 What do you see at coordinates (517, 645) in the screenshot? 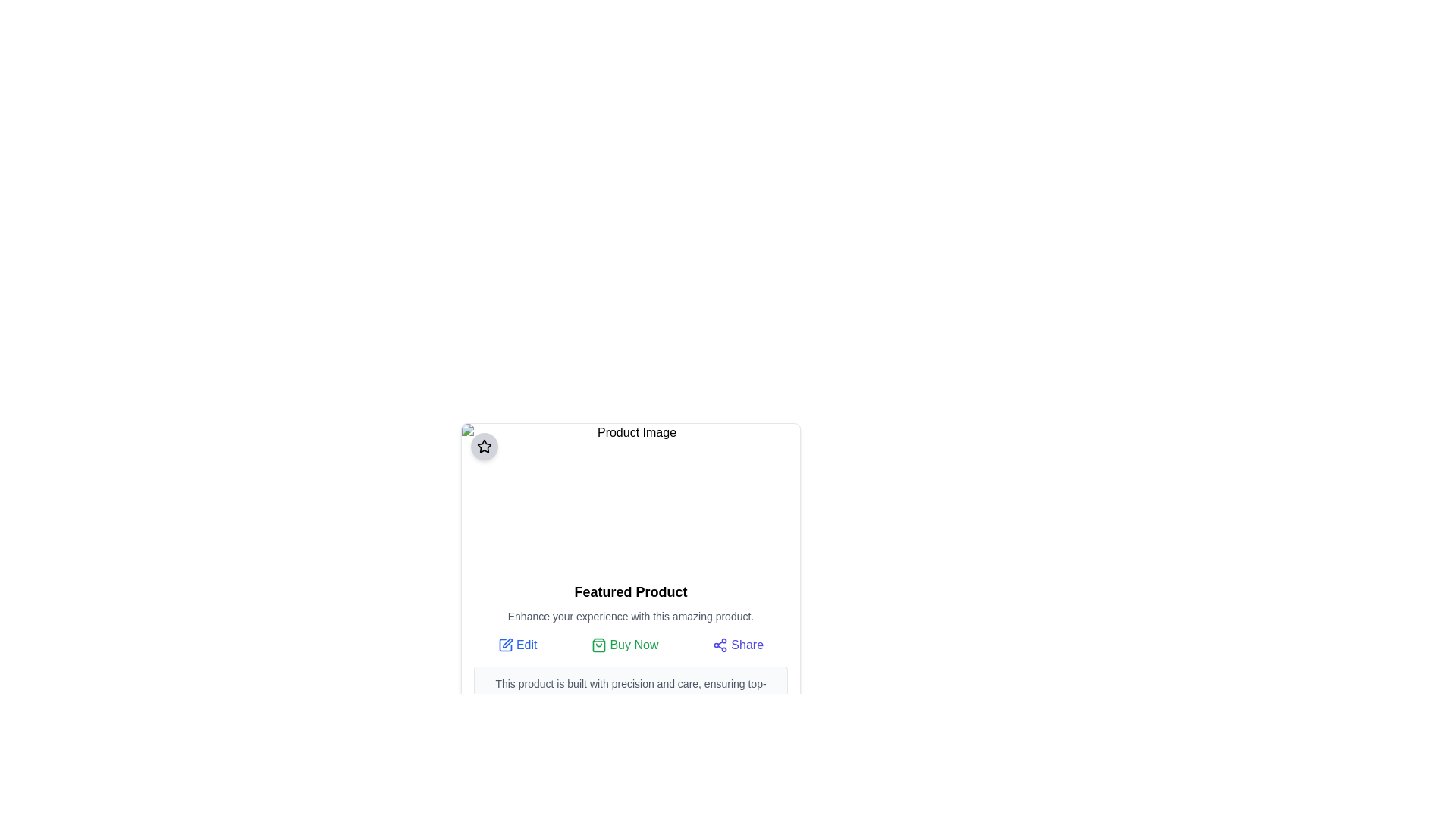
I see `the 'Edit' button` at bounding box center [517, 645].